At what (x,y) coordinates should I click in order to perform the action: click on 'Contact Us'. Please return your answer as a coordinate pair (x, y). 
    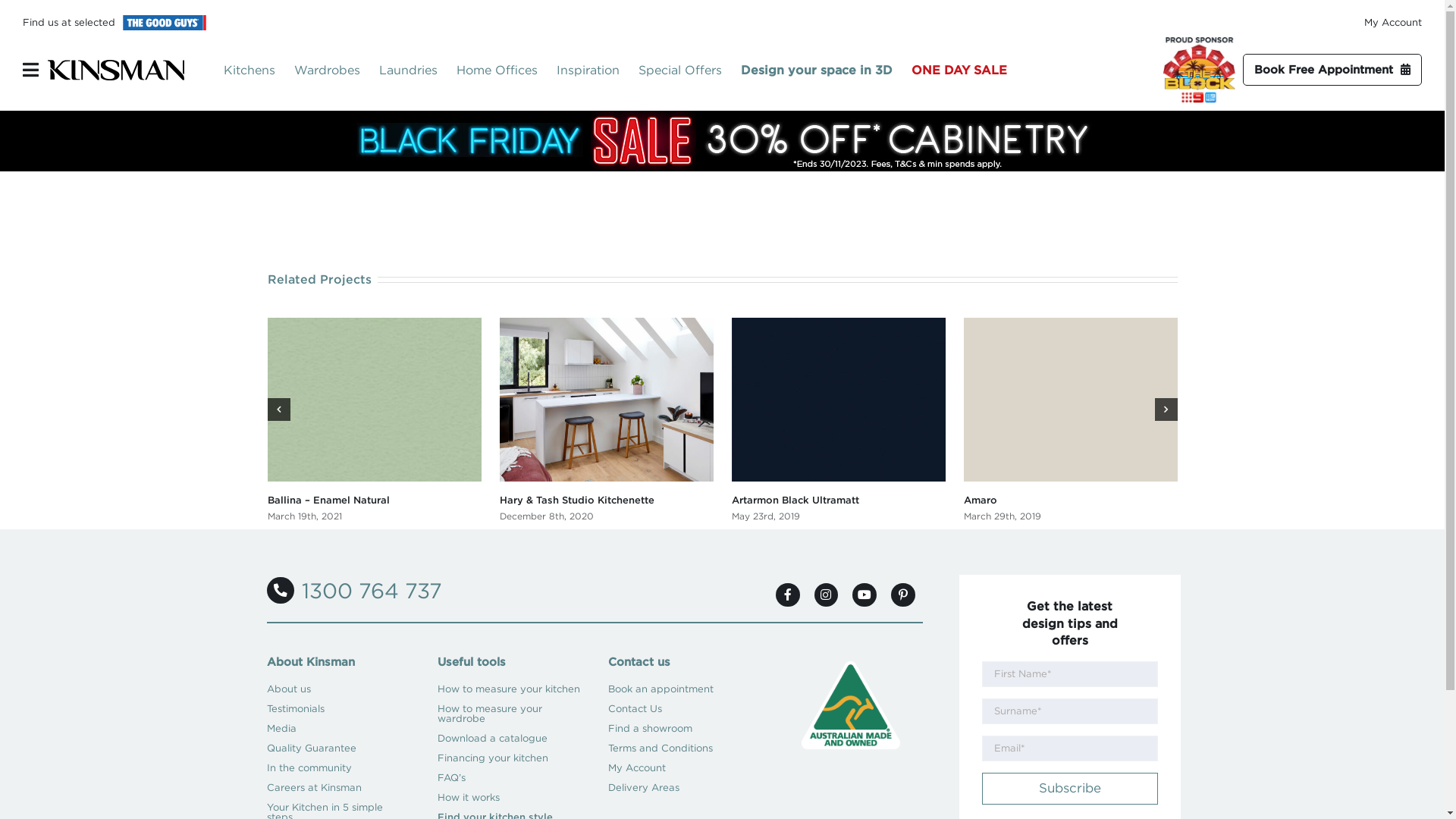
    Looking at the image, I should click on (607, 708).